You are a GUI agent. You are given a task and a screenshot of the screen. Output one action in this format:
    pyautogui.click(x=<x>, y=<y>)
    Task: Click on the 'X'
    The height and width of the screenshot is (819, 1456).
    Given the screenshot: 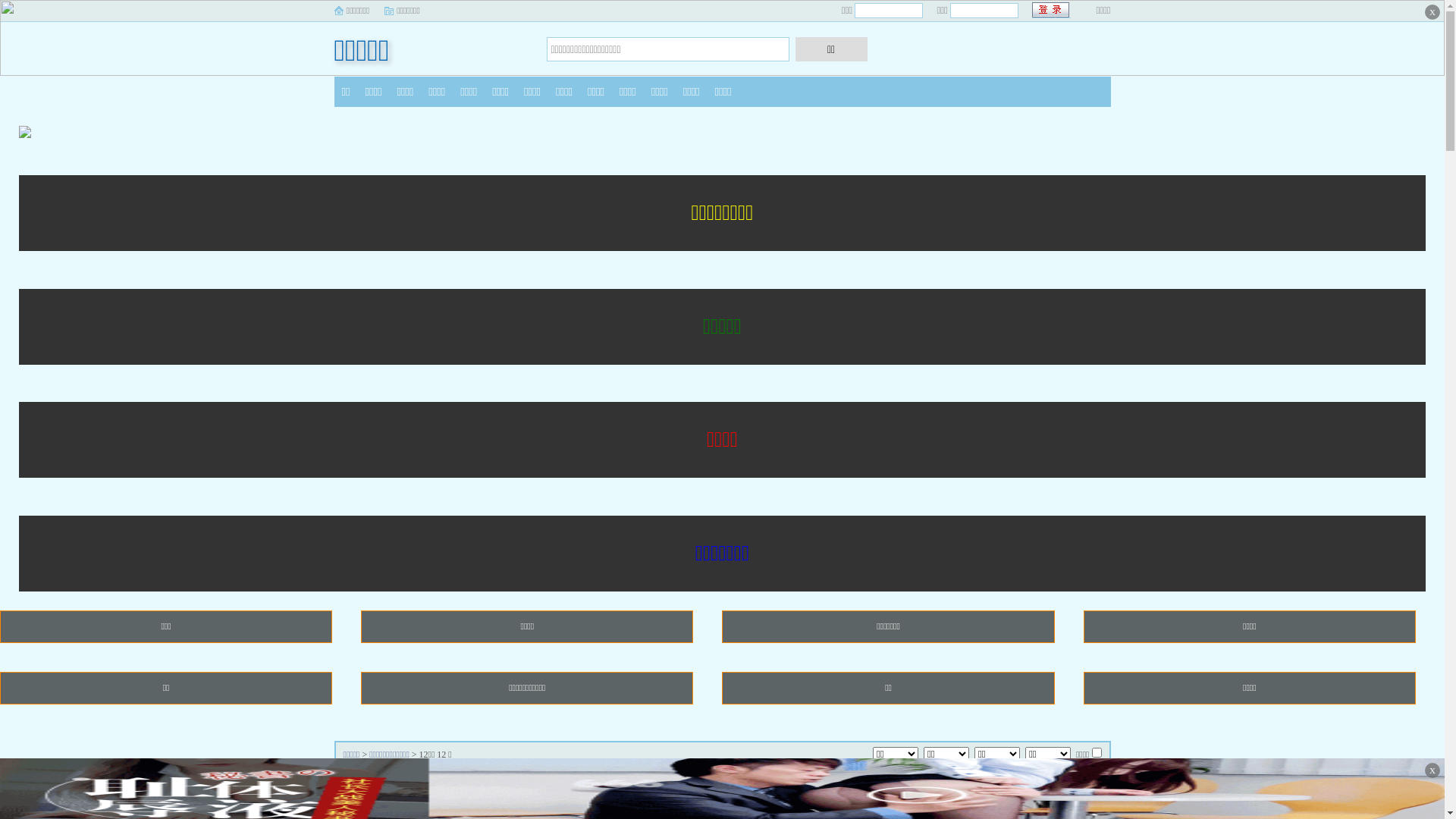 What is the action you would take?
    pyautogui.click(x=1432, y=11)
    